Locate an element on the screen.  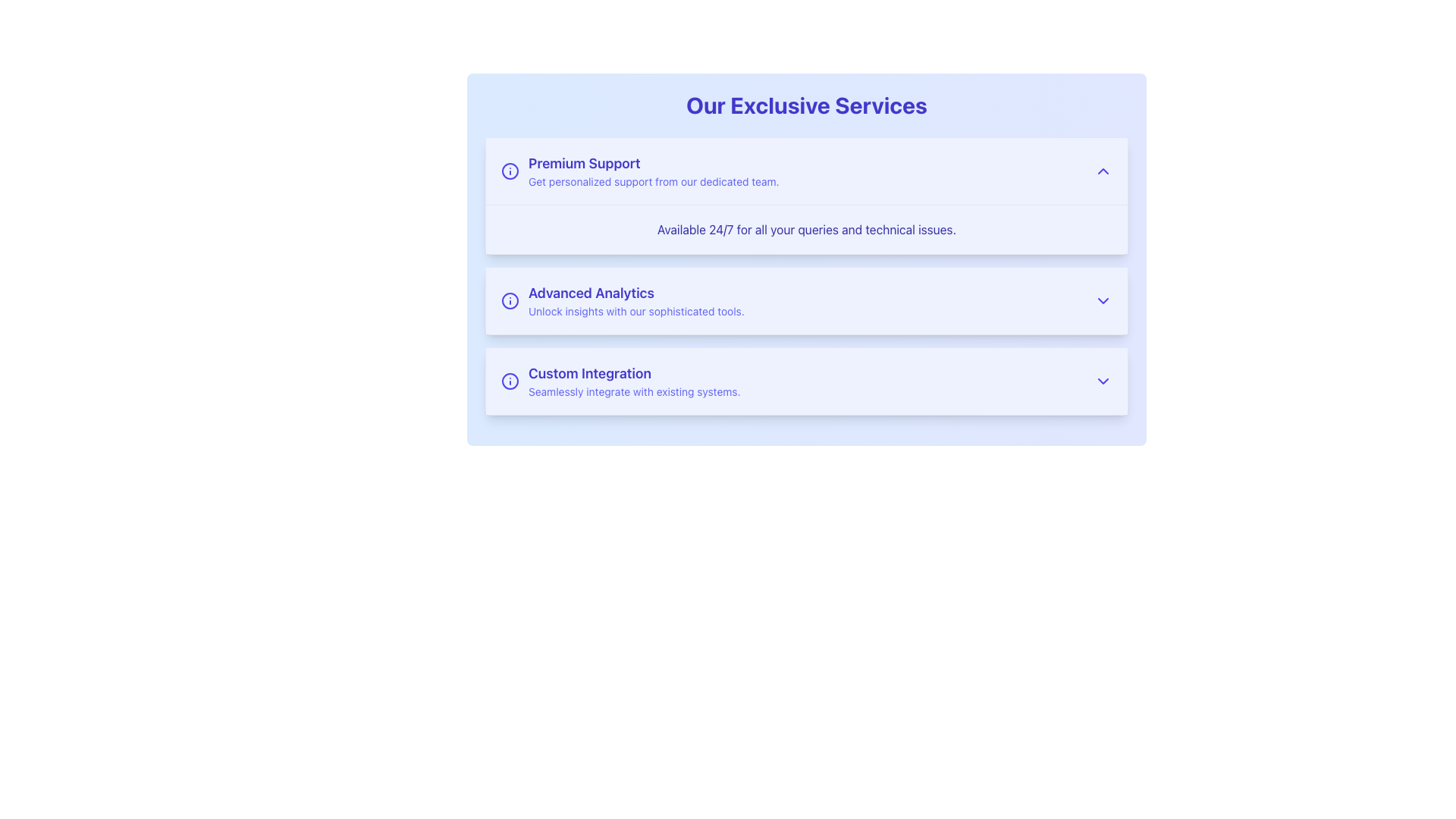
the third list item titled 'Custom Integration' which has an information icon on the left is located at coordinates (620, 380).